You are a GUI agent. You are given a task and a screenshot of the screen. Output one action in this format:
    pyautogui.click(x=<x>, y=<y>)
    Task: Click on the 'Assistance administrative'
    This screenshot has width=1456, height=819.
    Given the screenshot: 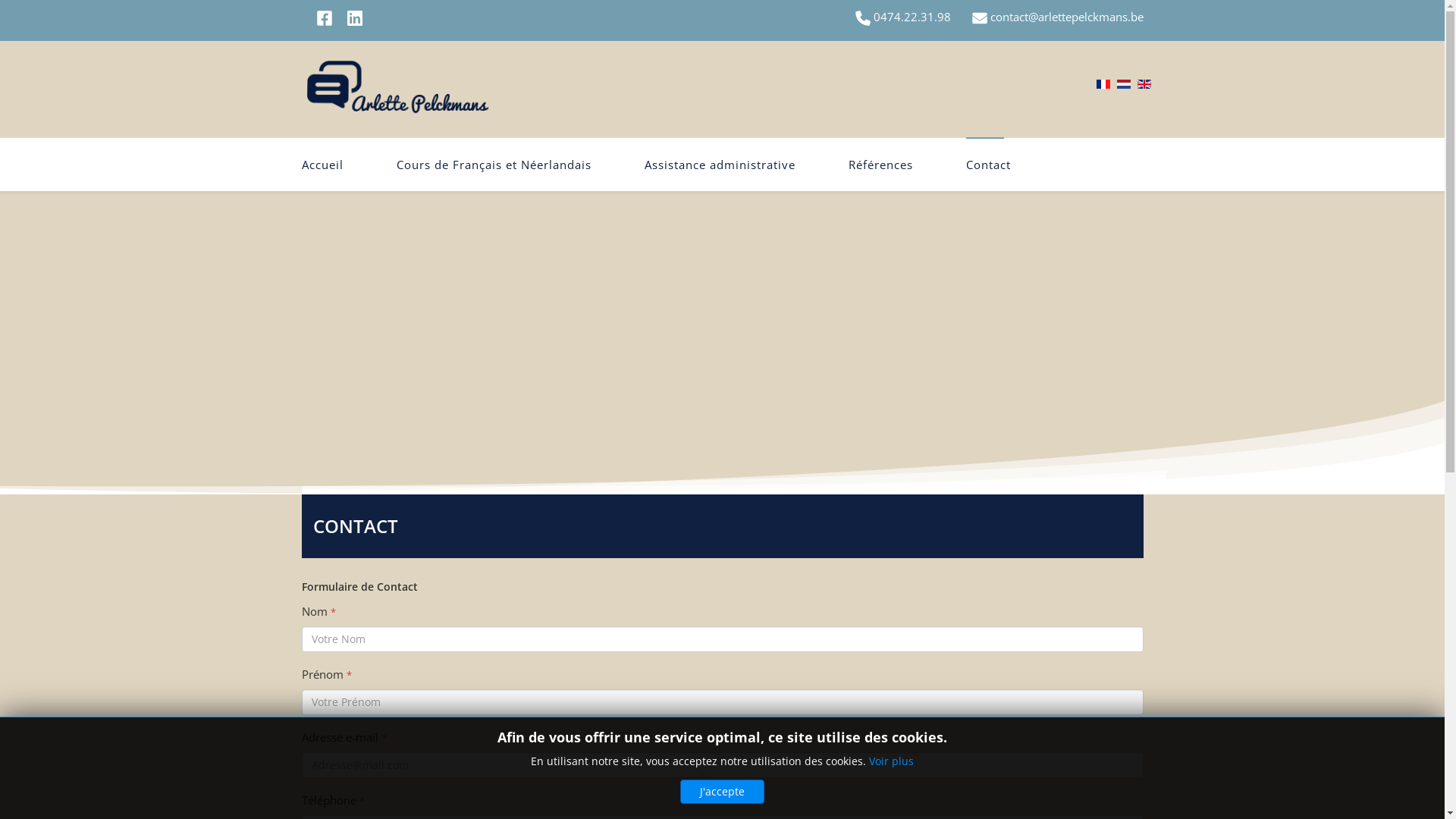 What is the action you would take?
    pyautogui.click(x=718, y=164)
    